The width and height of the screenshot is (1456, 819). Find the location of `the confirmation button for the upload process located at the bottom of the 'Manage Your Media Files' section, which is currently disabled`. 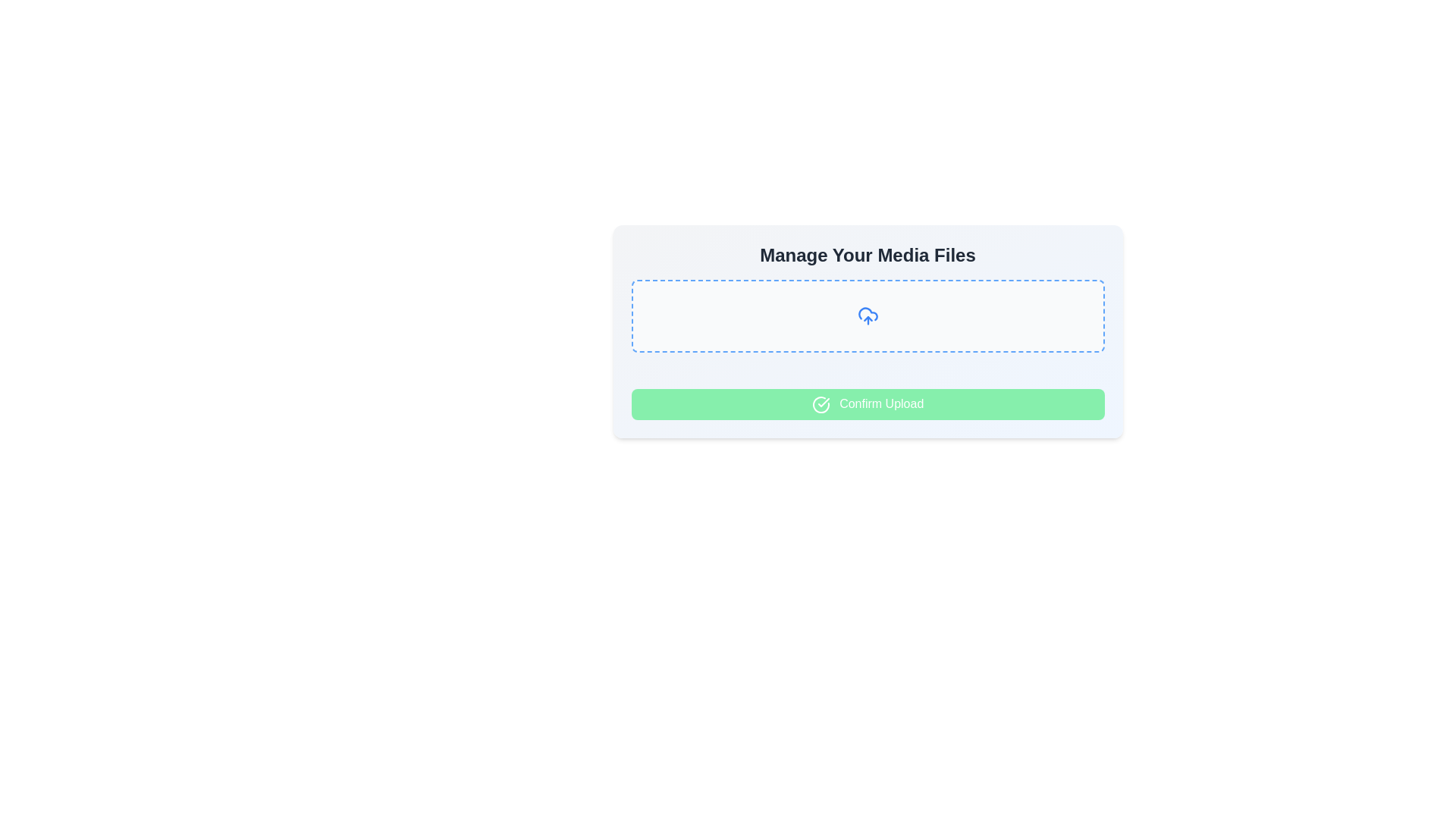

the confirmation button for the upload process located at the bottom of the 'Manage Your Media Files' section, which is currently disabled is located at coordinates (868, 403).